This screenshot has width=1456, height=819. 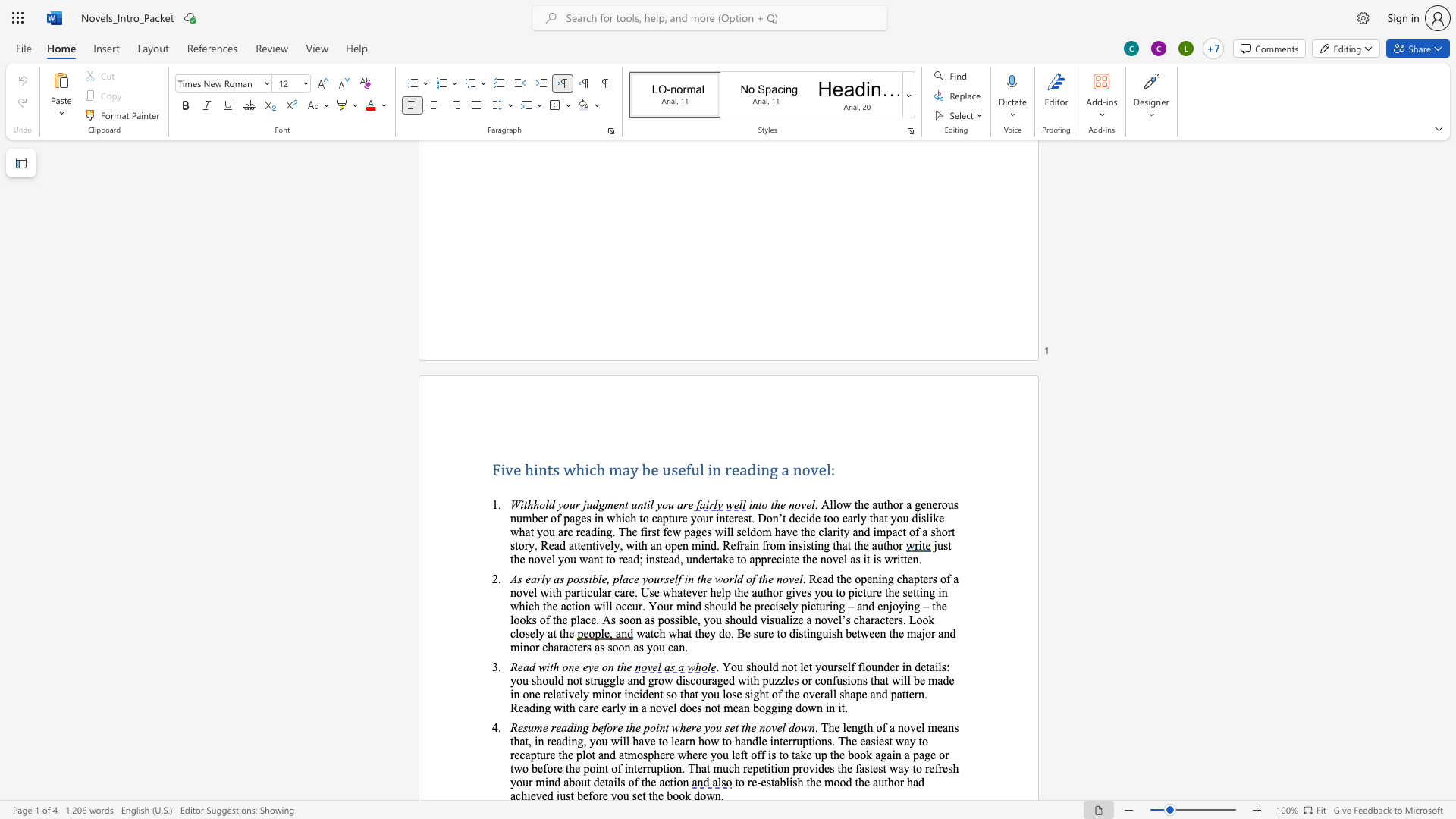 What do you see at coordinates (758, 504) in the screenshot?
I see `the space between the continuous character "n" and "t" in the text` at bounding box center [758, 504].